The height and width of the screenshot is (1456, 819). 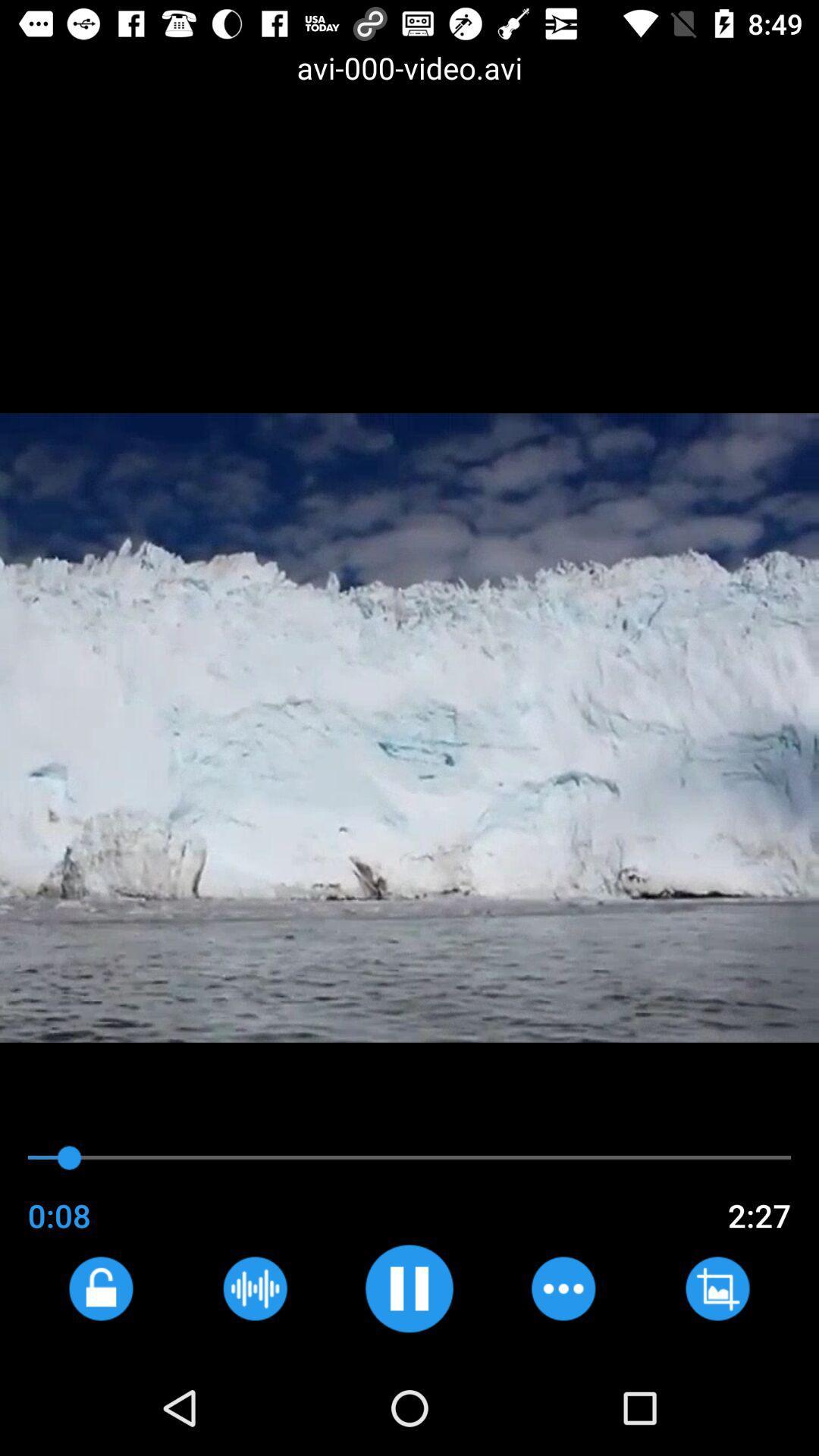 I want to click on record page, so click(x=254, y=1288).